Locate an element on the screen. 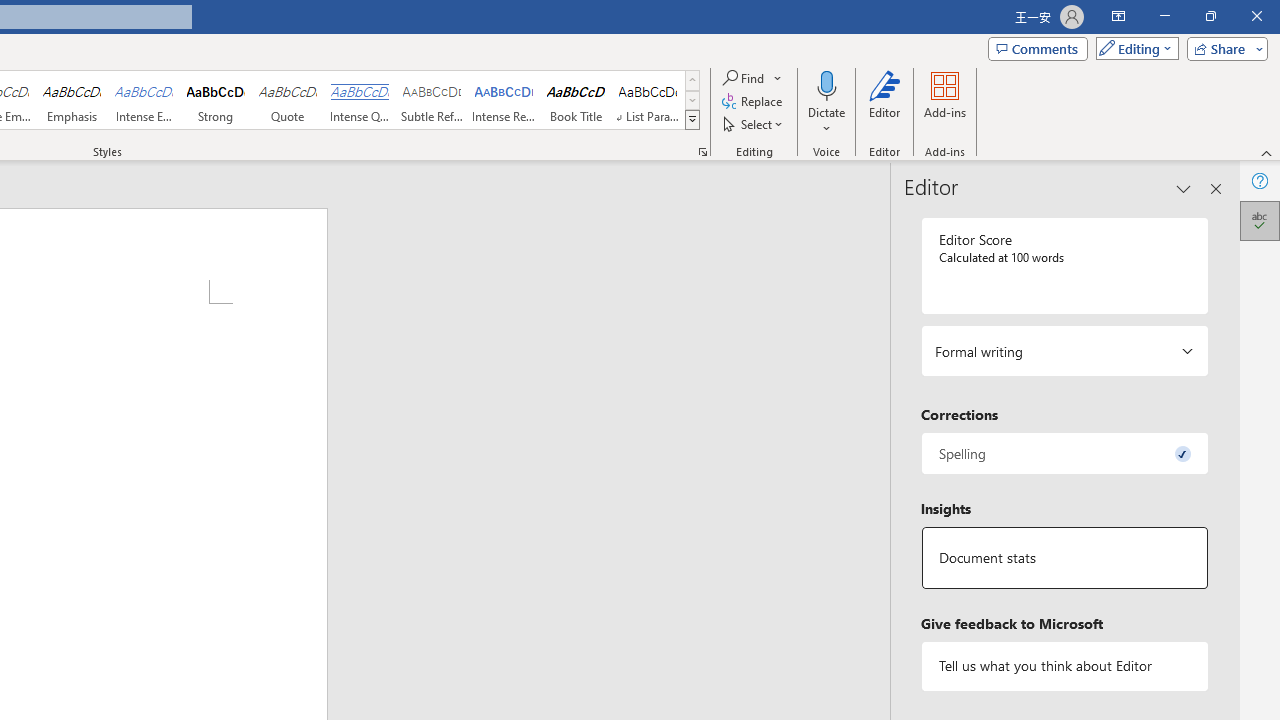 The width and height of the screenshot is (1280, 720). 'Intense Reference' is located at coordinates (504, 100).